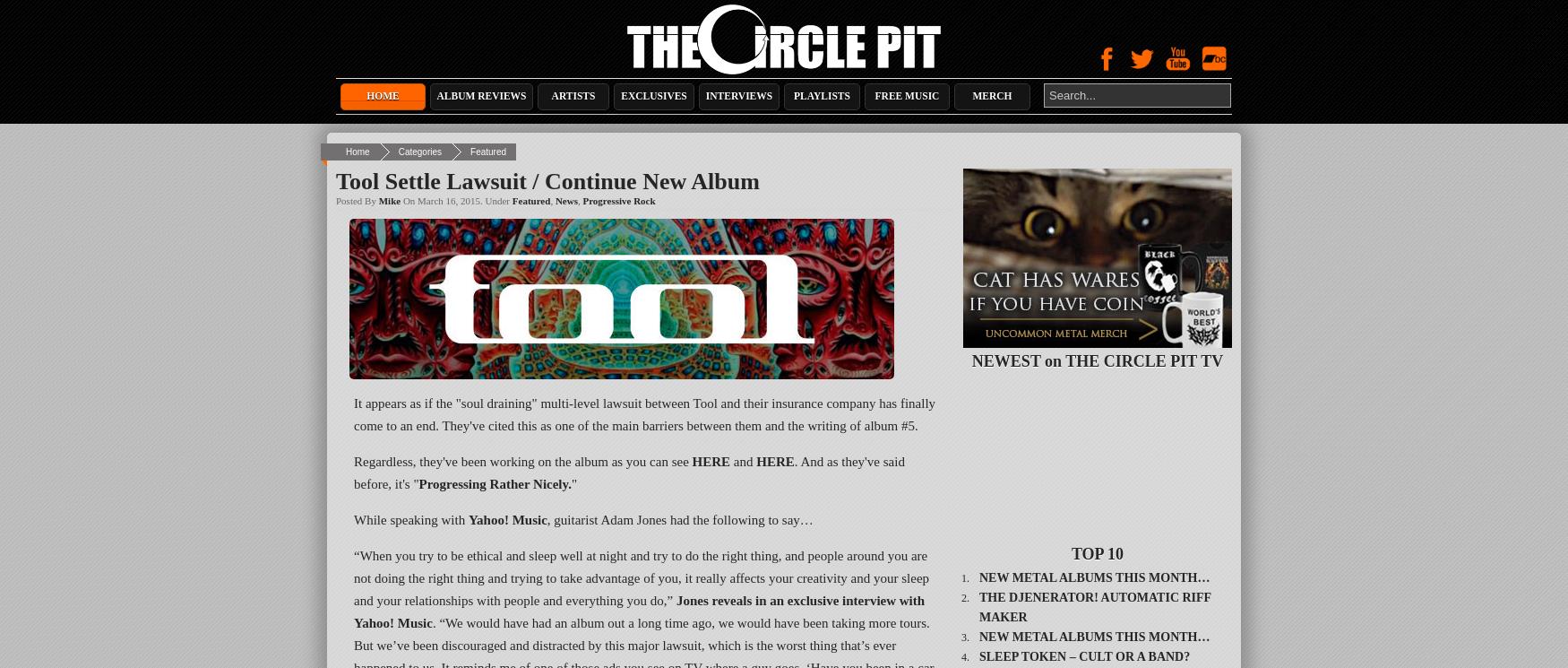 This screenshot has height=668, width=1568. Describe the element at coordinates (356, 201) in the screenshot. I see `'Posted By'` at that location.